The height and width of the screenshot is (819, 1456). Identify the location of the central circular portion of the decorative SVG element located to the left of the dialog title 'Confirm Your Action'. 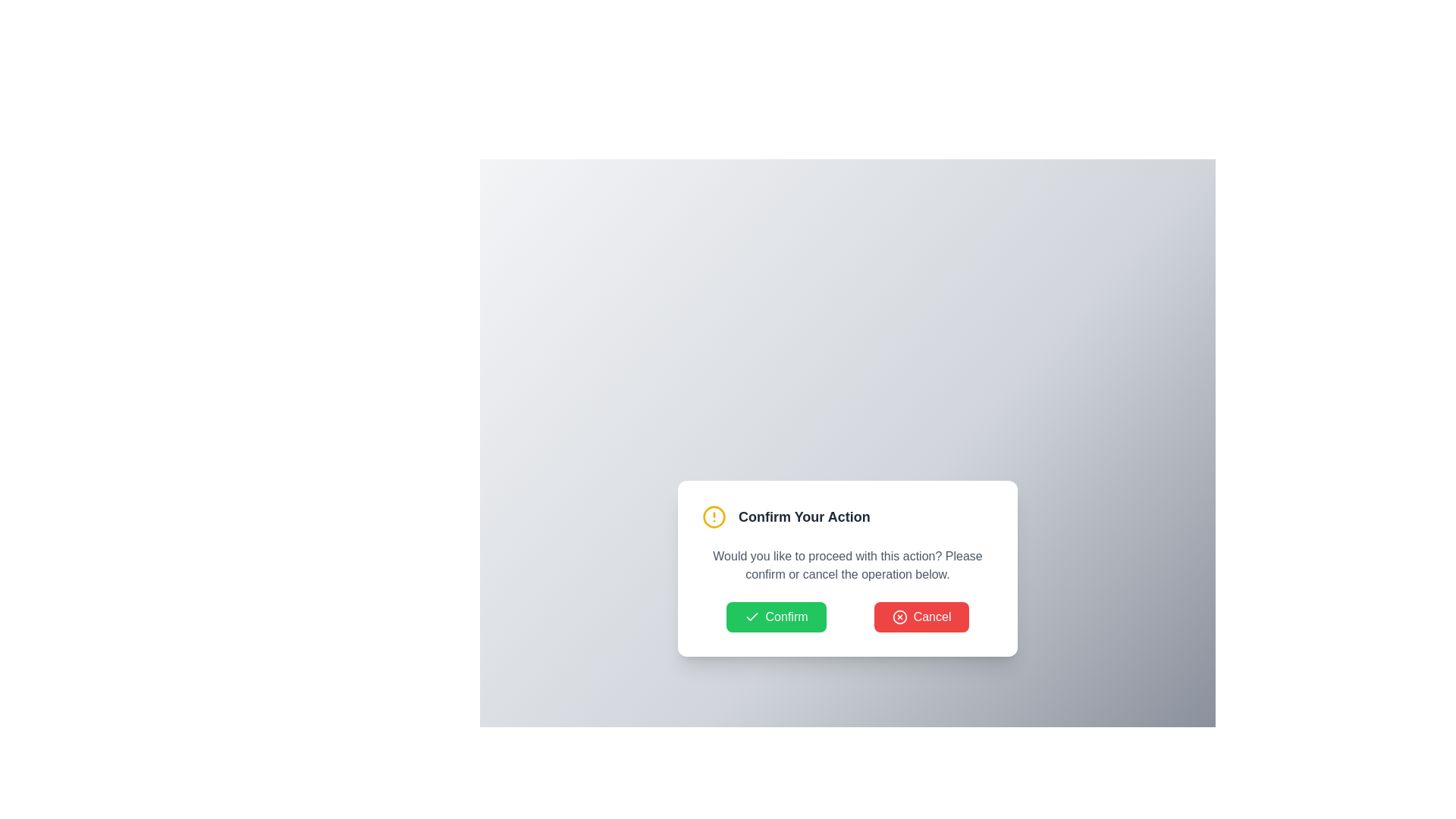
(713, 516).